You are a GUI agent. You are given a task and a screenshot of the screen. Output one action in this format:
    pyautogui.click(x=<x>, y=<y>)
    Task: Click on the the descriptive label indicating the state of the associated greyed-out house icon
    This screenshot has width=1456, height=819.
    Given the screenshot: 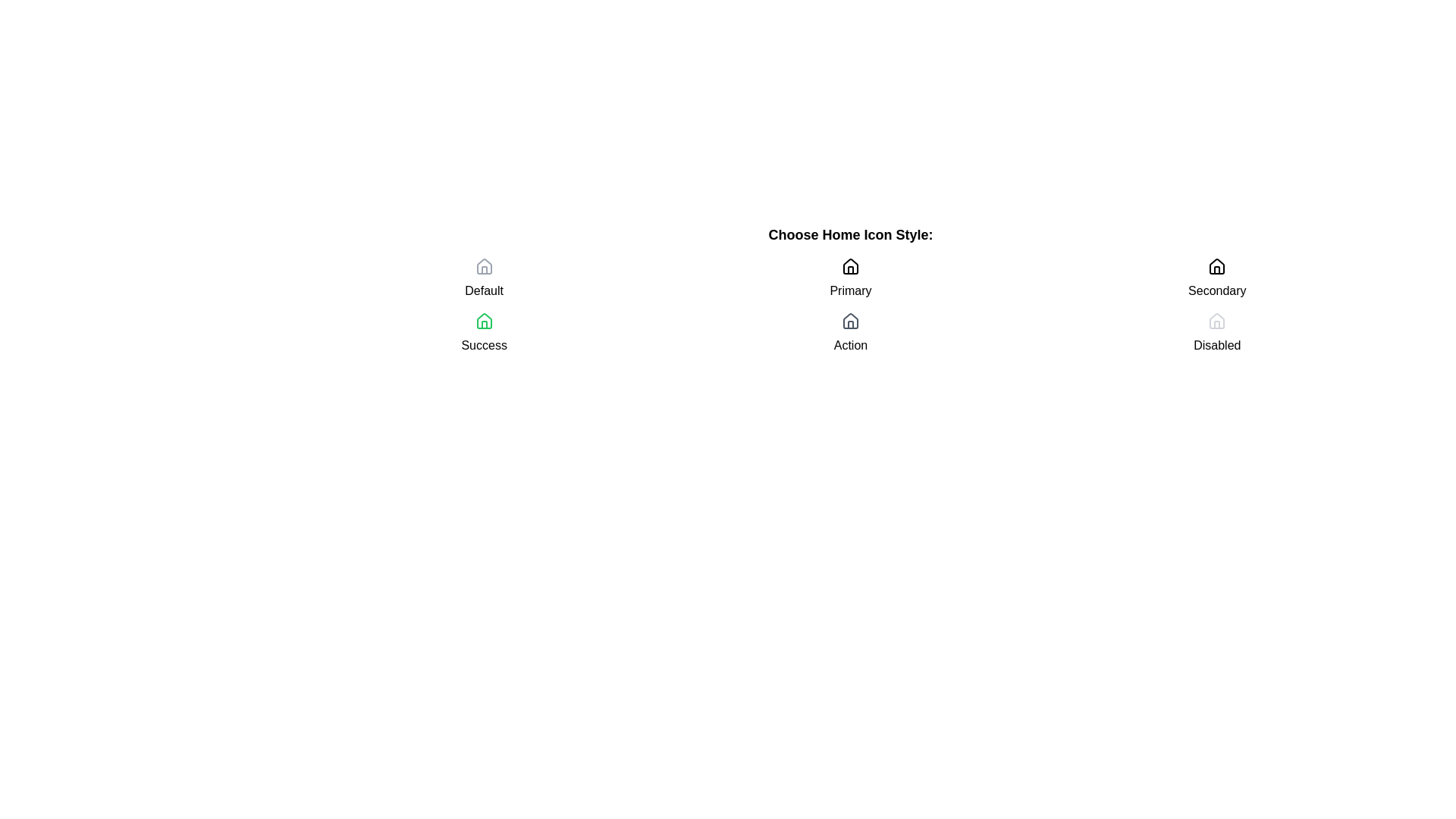 What is the action you would take?
    pyautogui.click(x=1217, y=345)
    